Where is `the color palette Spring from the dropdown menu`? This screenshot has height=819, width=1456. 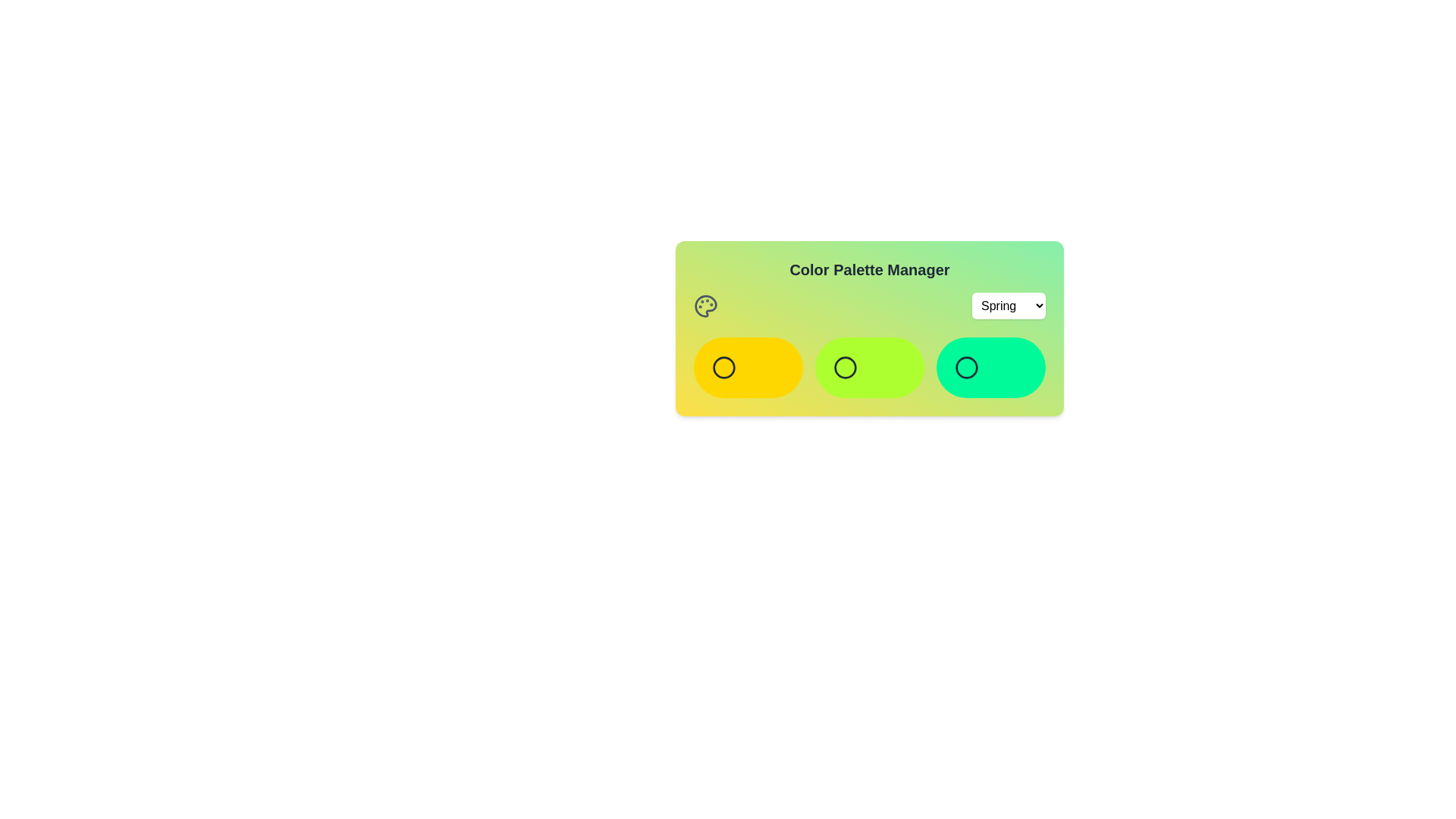
the color palette Spring from the dropdown menu is located at coordinates (1009, 306).